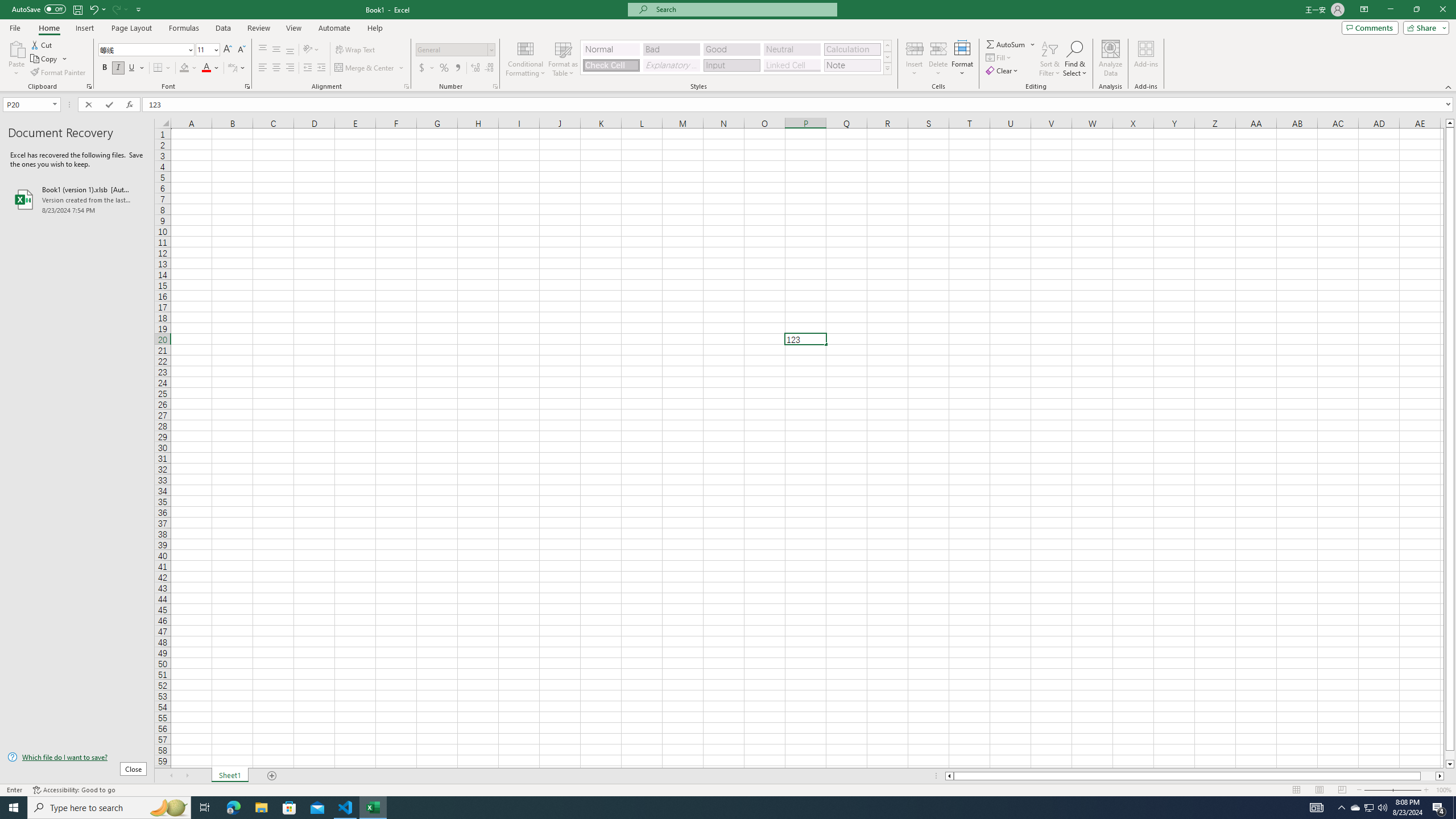  What do you see at coordinates (204, 49) in the screenshot?
I see `'Font Size'` at bounding box center [204, 49].